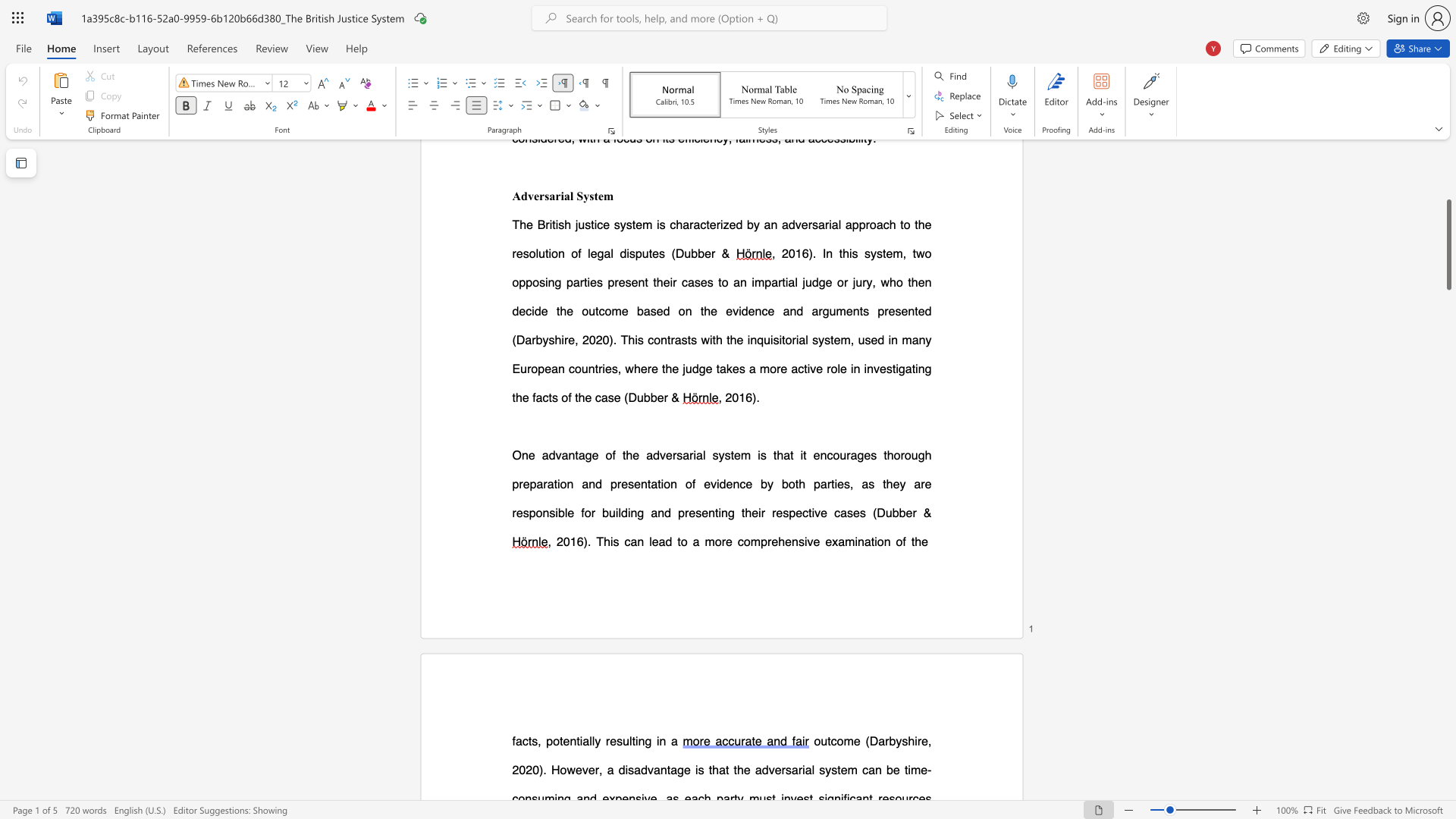 Image resolution: width=1456 pixels, height=819 pixels. I want to click on the 2th character "r" in the text, so click(690, 454).